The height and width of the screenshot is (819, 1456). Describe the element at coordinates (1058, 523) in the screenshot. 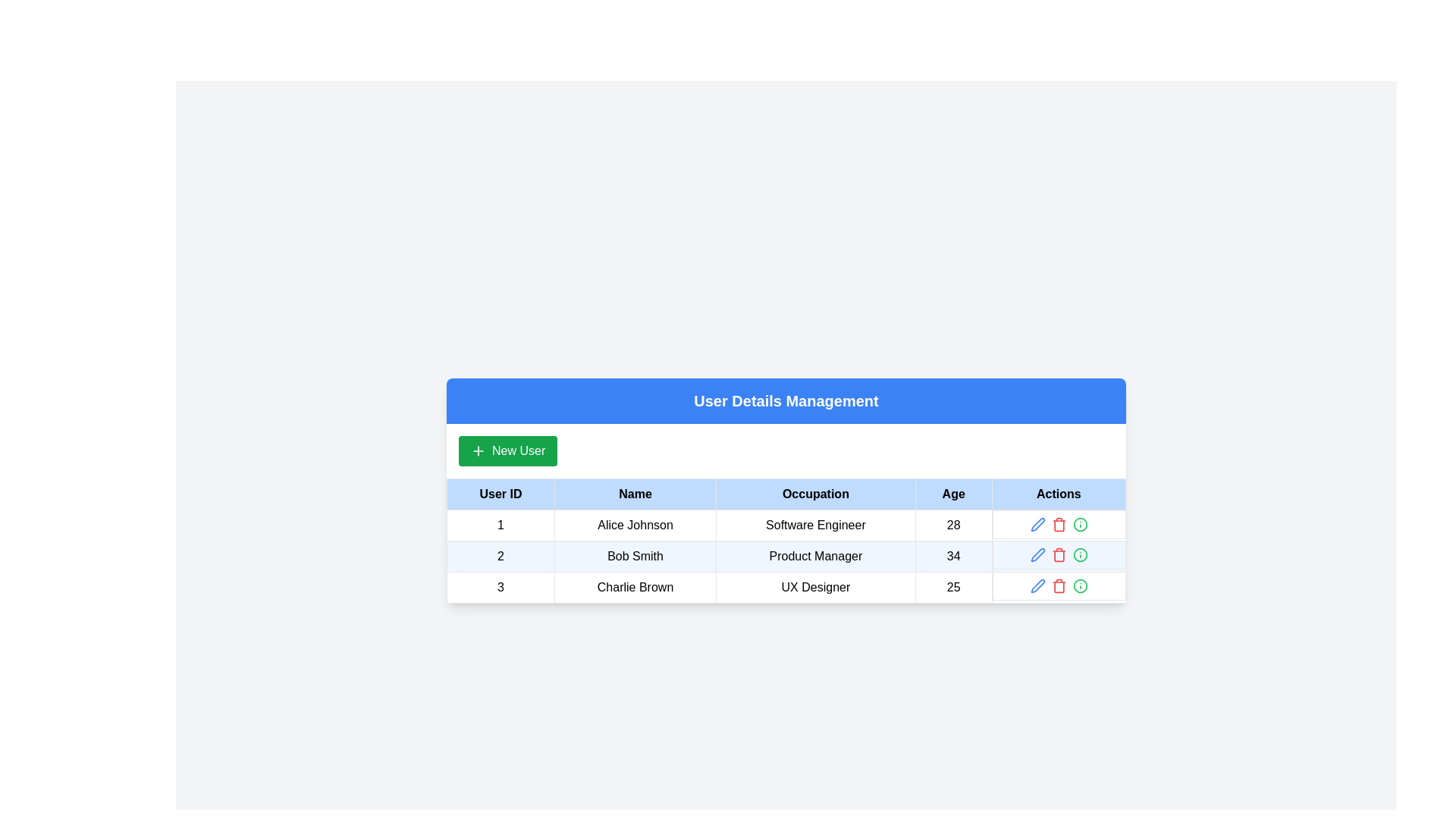

I see `the delete icon, which is the second interactive icon in the 'Actions' column of the first row of the table, positioned between the blue pen edit icon and the green info circle icon` at that location.